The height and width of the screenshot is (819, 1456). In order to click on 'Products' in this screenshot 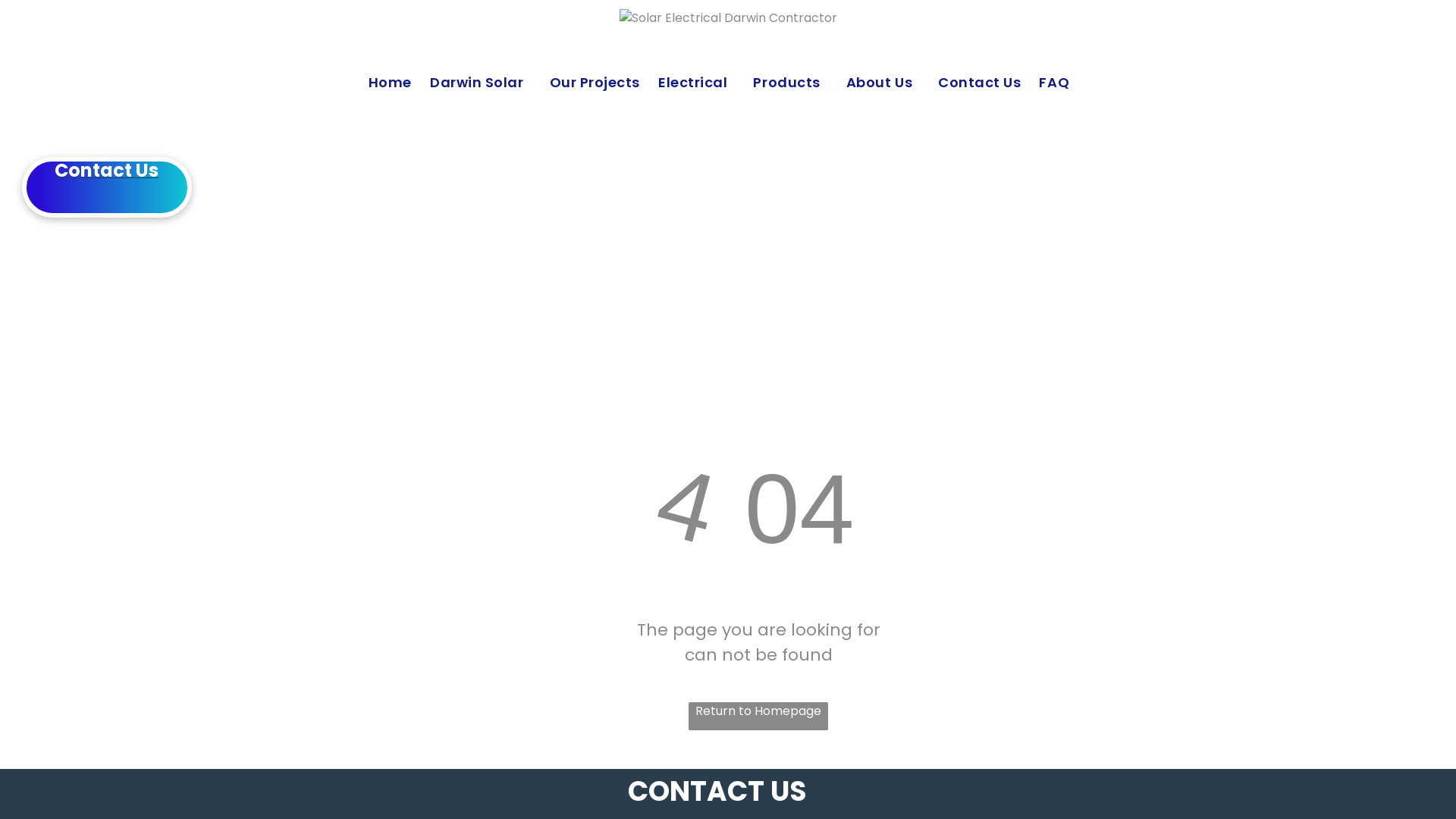, I will do `click(799, 82)`.